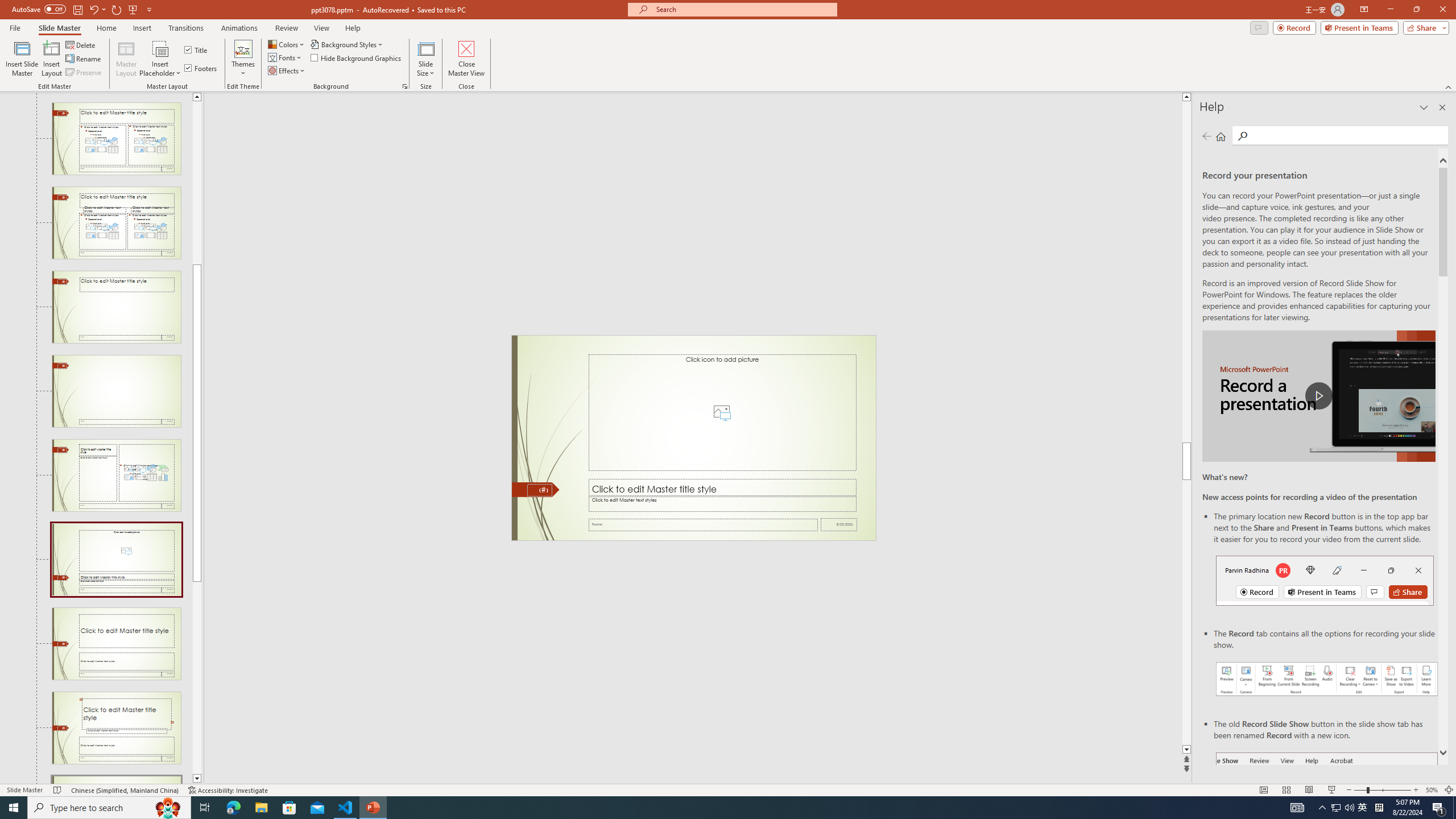 The height and width of the screenshot is (819, 1456). Describe the element at coordinates (721, 503) in the screenshot. I see `'TextBox'` at that location.